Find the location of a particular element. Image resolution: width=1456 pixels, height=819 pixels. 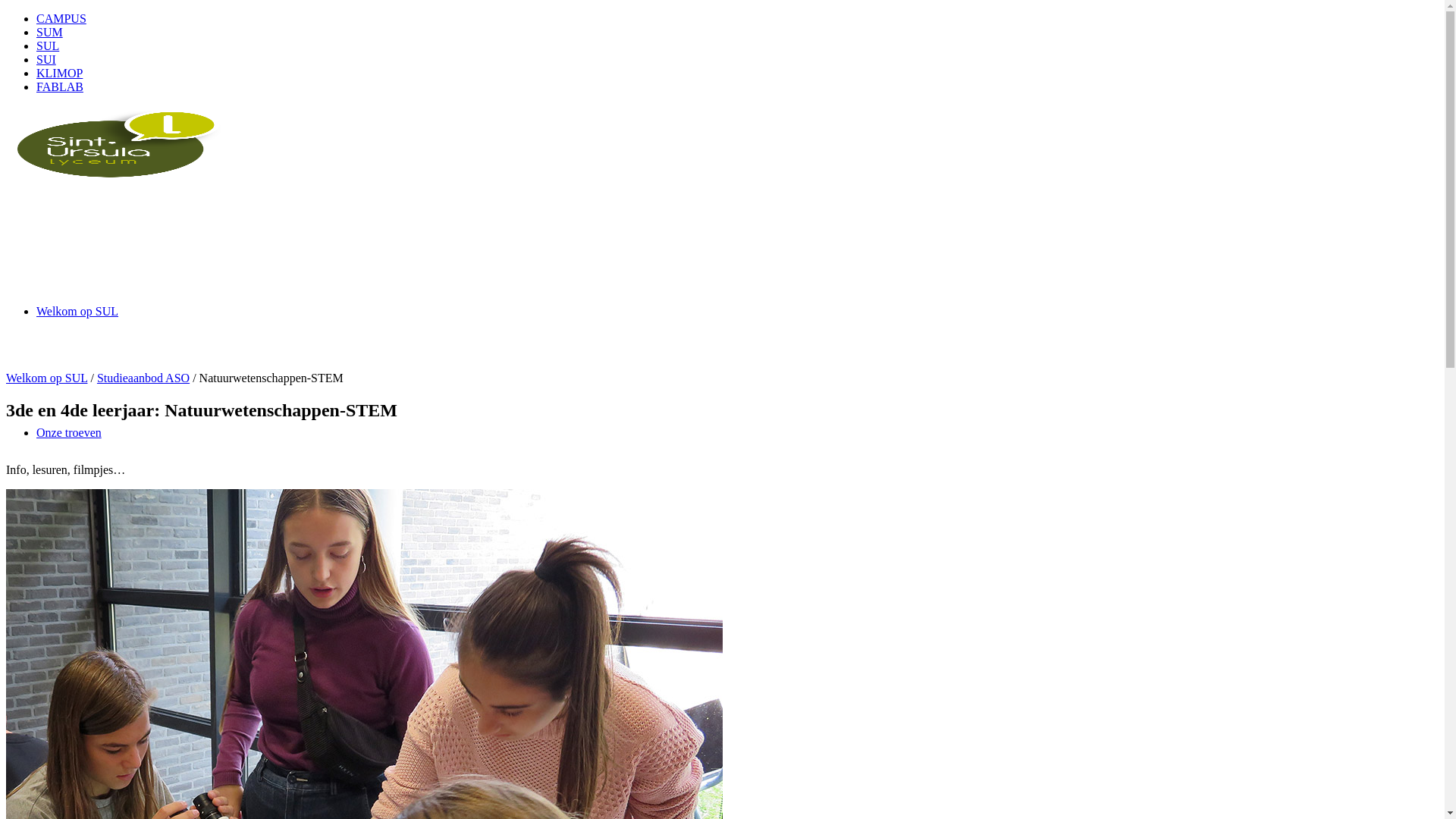

'Campagne' is located at coordinates (61, 795).